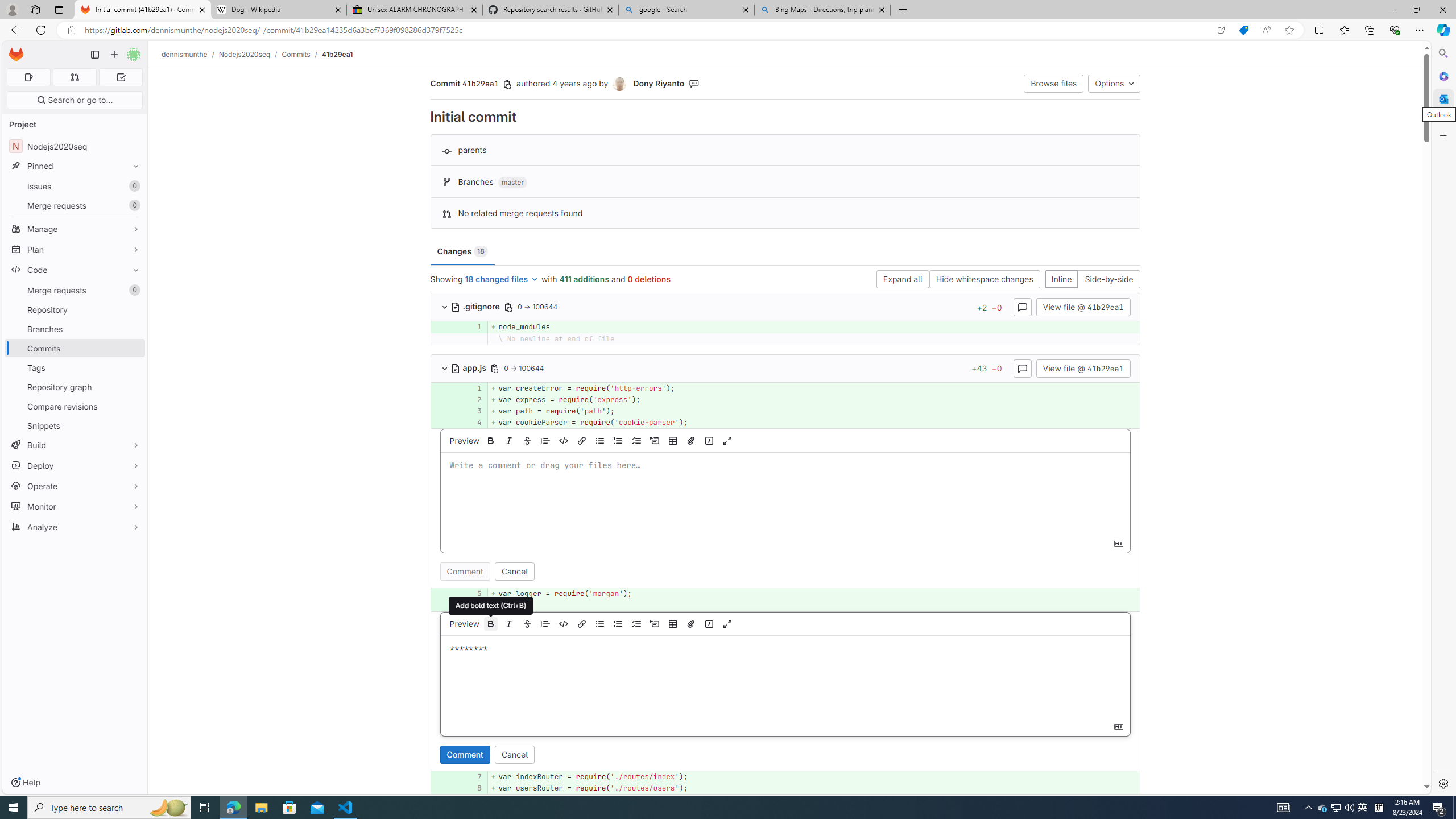 The height and width of the screenshot is (819, 1456). What do you see at coordinates (74, 249) in the screenshot?
I see `'Plan'` at bounding box center [74, 249].